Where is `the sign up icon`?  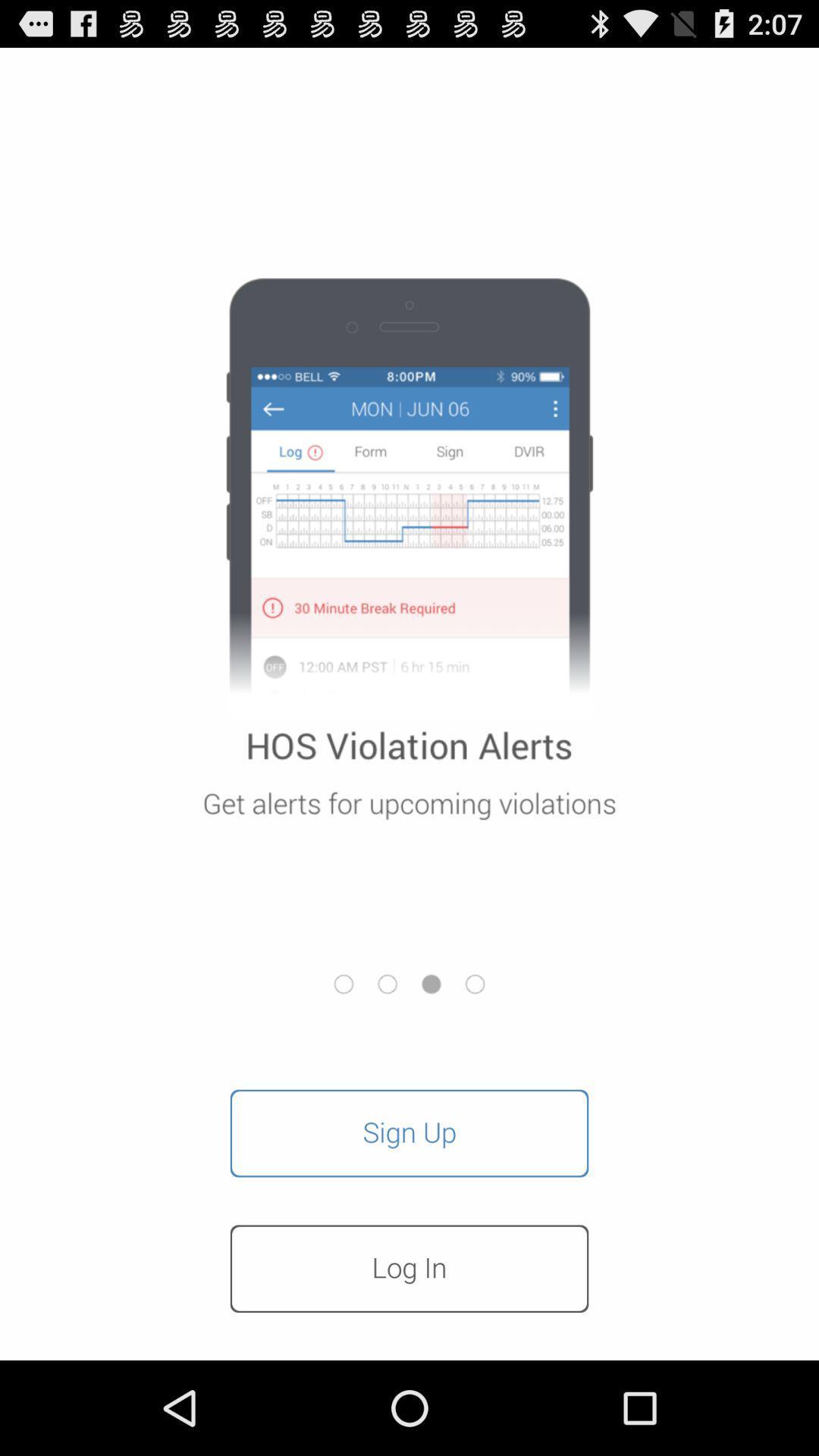
the sign up icon is located at coordinates (409, 1133).